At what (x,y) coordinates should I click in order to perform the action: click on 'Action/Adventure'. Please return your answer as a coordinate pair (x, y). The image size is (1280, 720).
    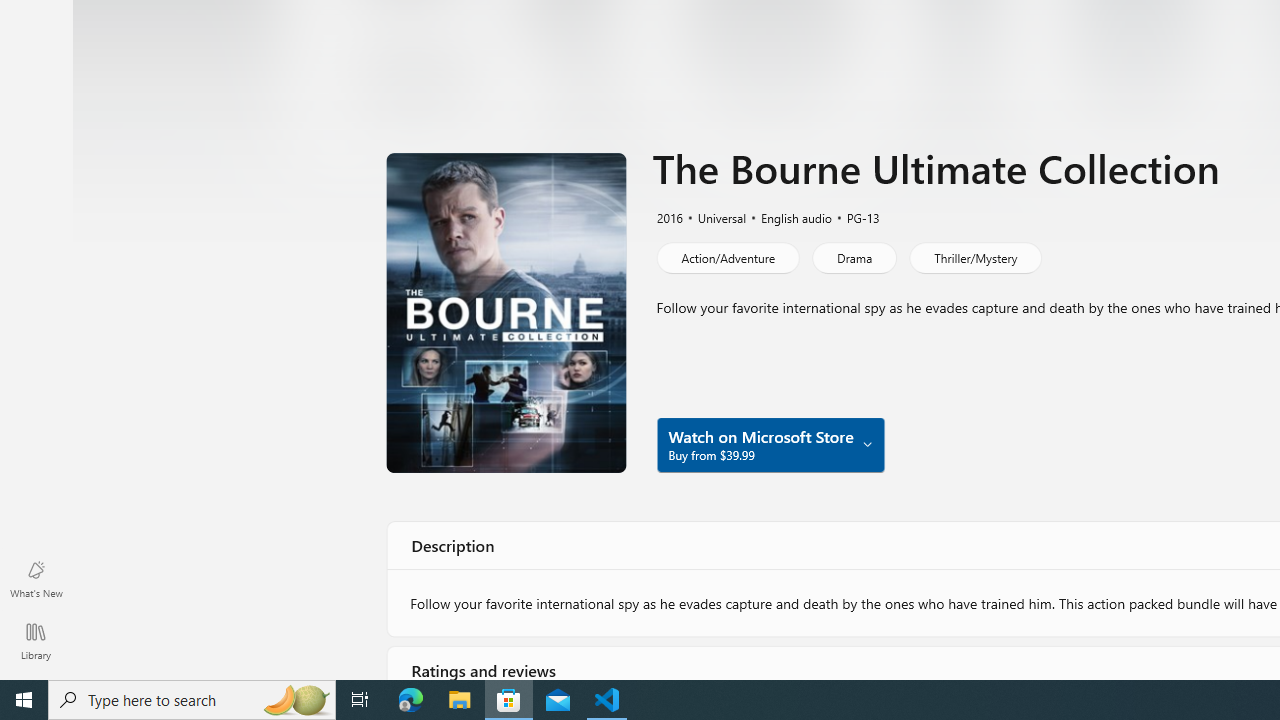
    Looking at the image, I should click on (726, 257).